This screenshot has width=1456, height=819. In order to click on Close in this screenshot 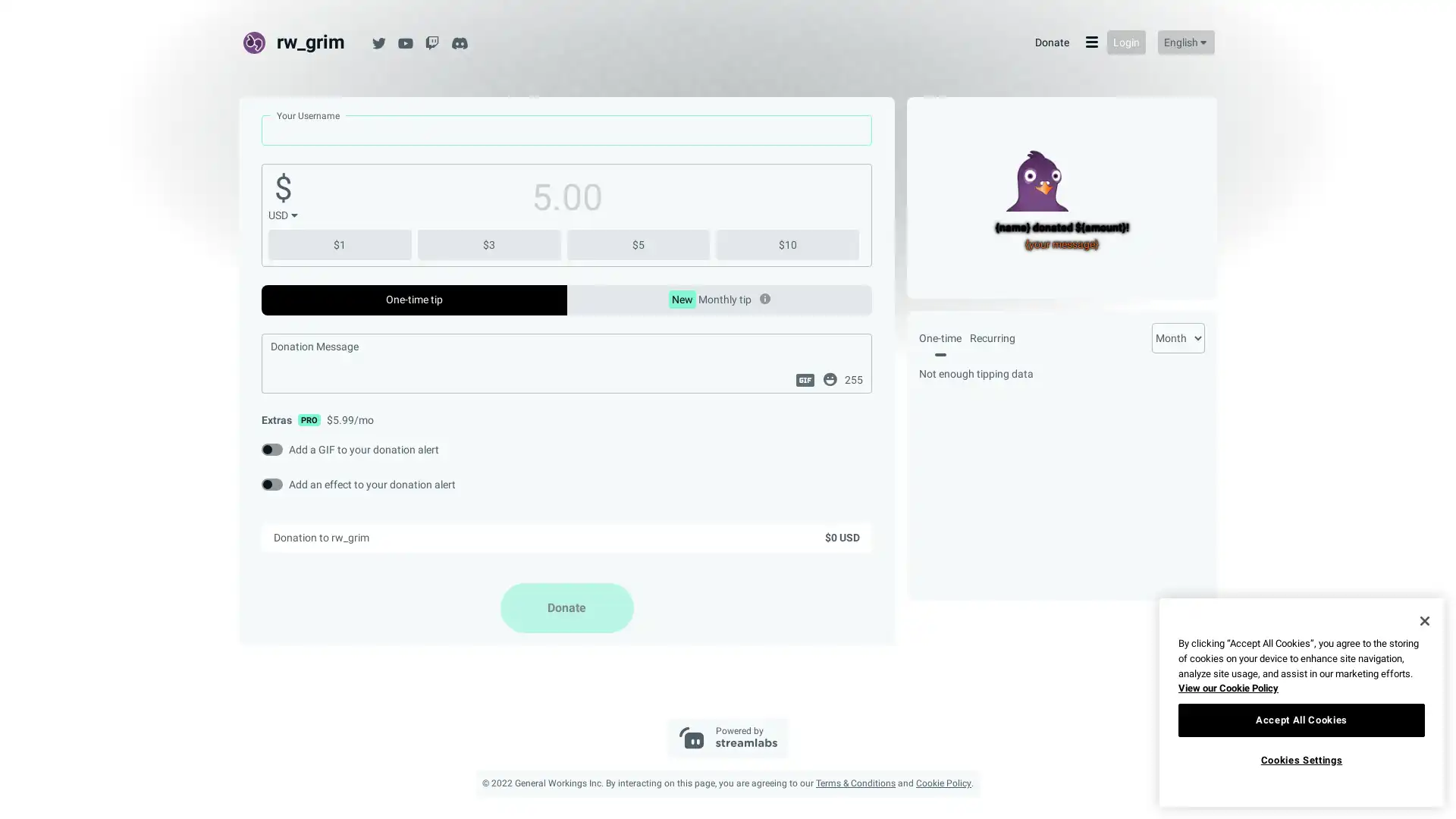, I will do `click(1423, 620)`.